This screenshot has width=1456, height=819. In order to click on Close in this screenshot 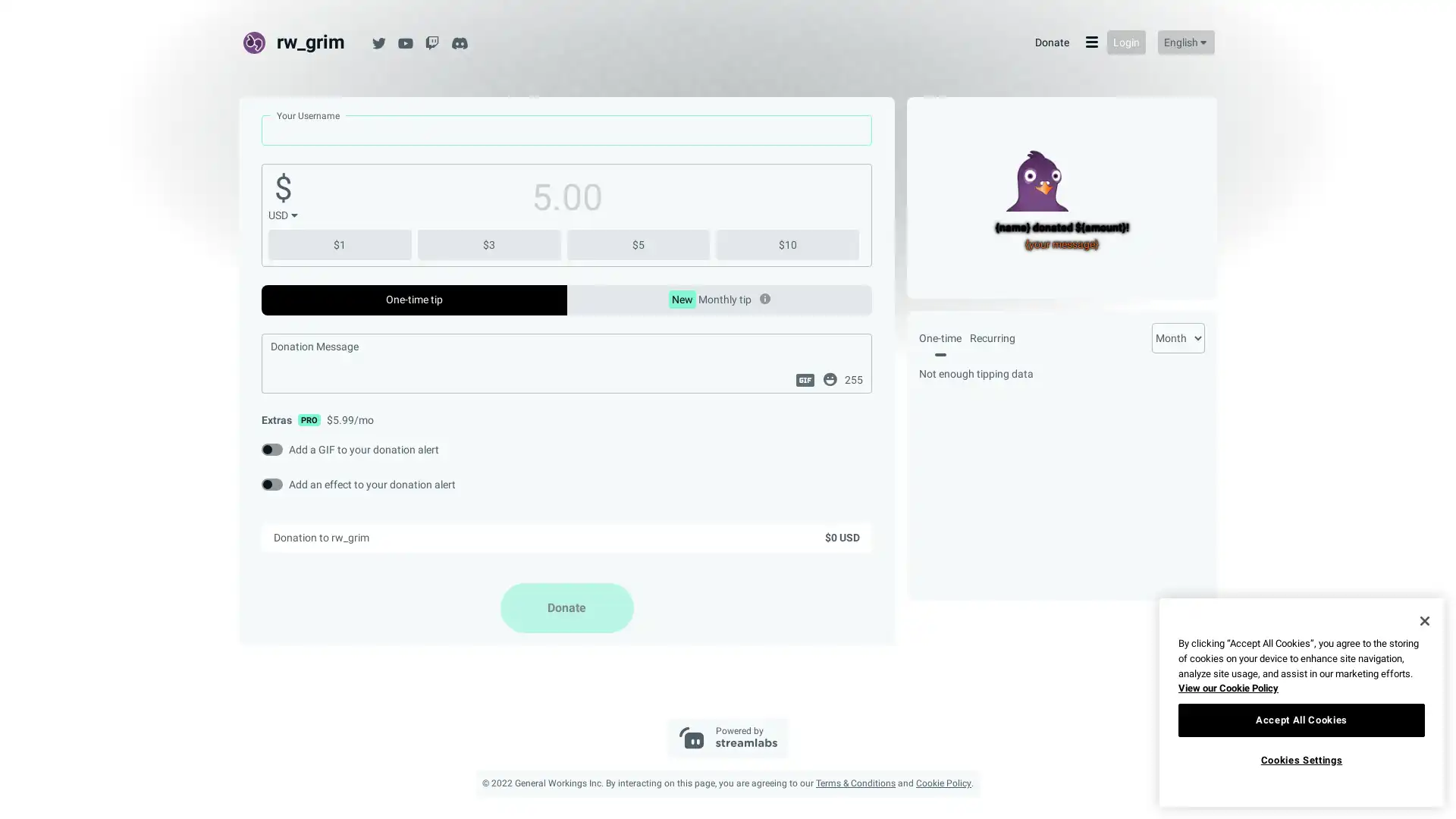, I will do `click(1423, 620)`.